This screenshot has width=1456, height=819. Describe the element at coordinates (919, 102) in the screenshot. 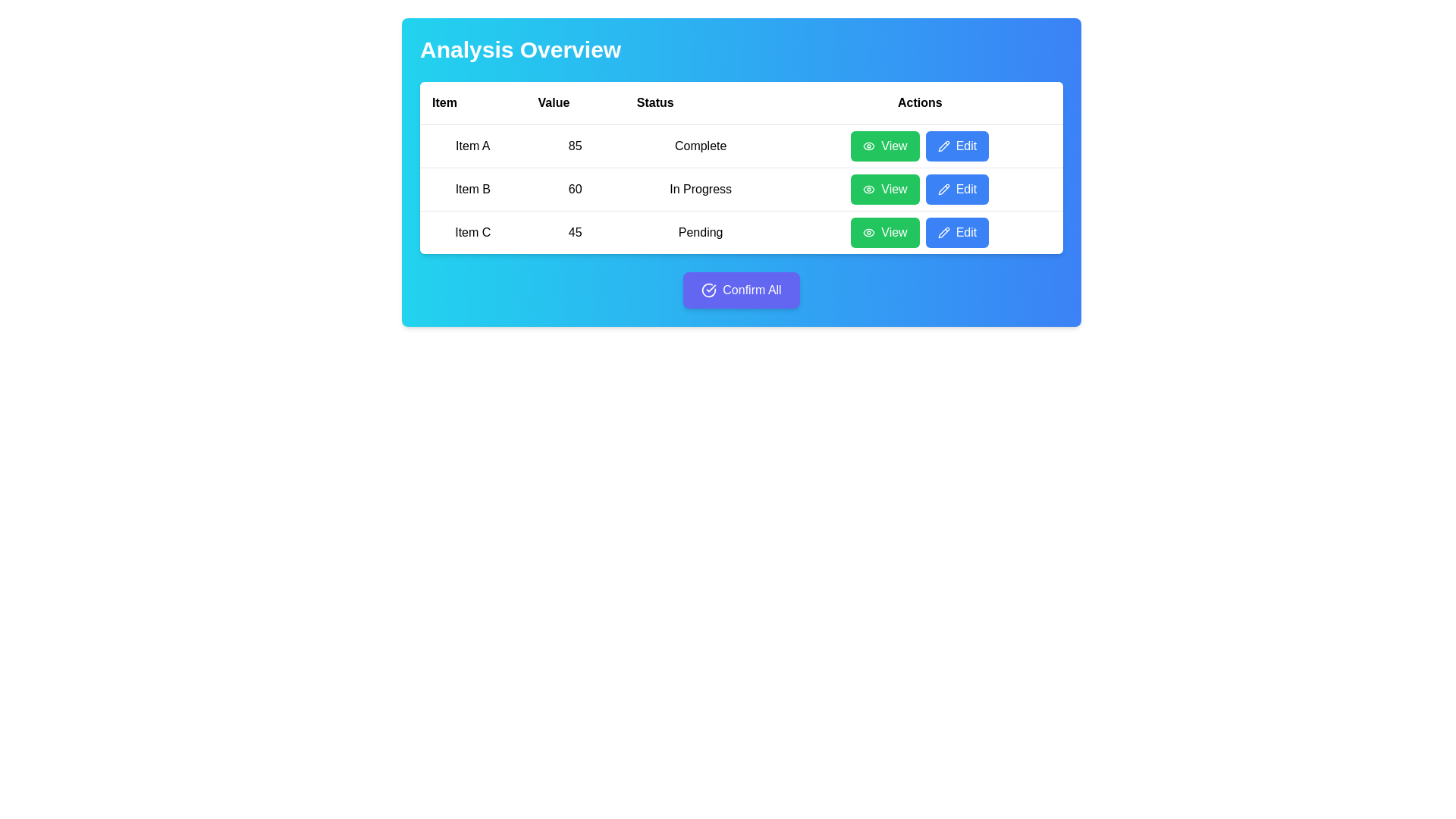

I see `the 'Actions' header in the table, which is the fourth header located at the top-right corner` at that location.